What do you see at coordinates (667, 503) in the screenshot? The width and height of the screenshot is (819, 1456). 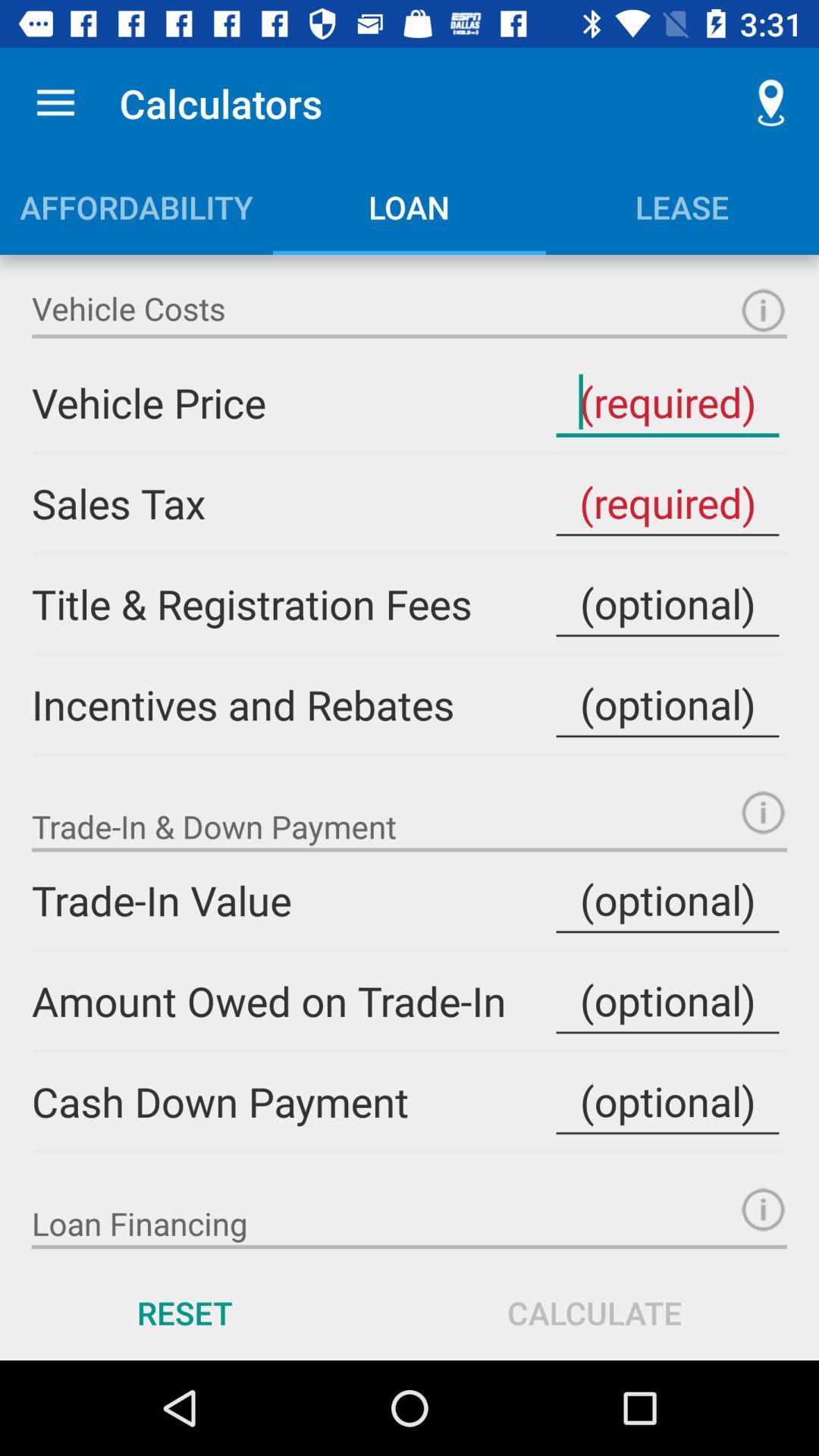 I see `input sales tax` at bounding box center [667, 503].